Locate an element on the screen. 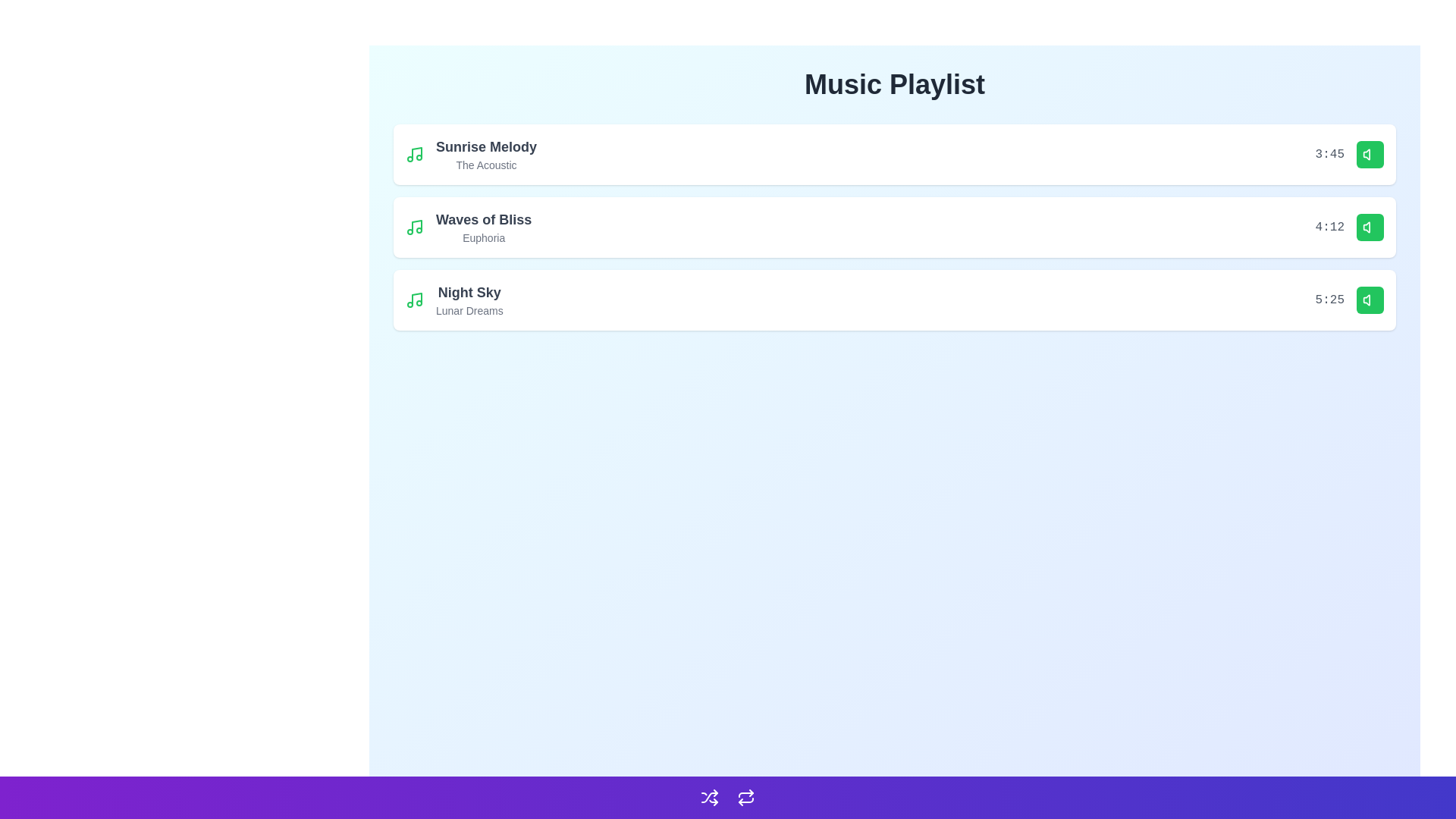 The image size is (1456, 819). the text label displaying 'Sunrise Melody' in bold charcoal gray, positioned above 'The Acoustic' in the music playlist interface is located at coordinates (486, 146).